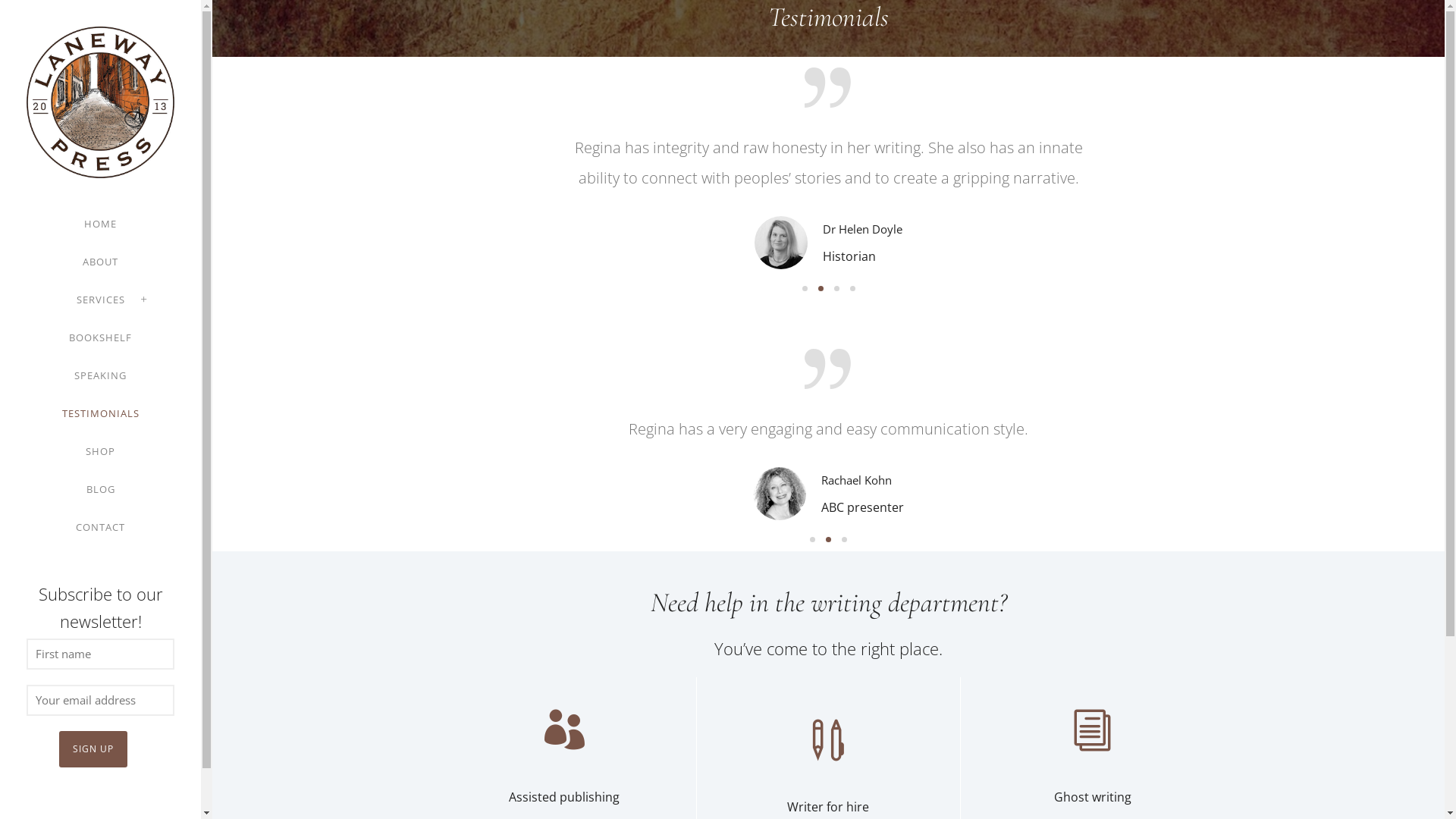  I want to click on 'Sign up', so click(93, 748).